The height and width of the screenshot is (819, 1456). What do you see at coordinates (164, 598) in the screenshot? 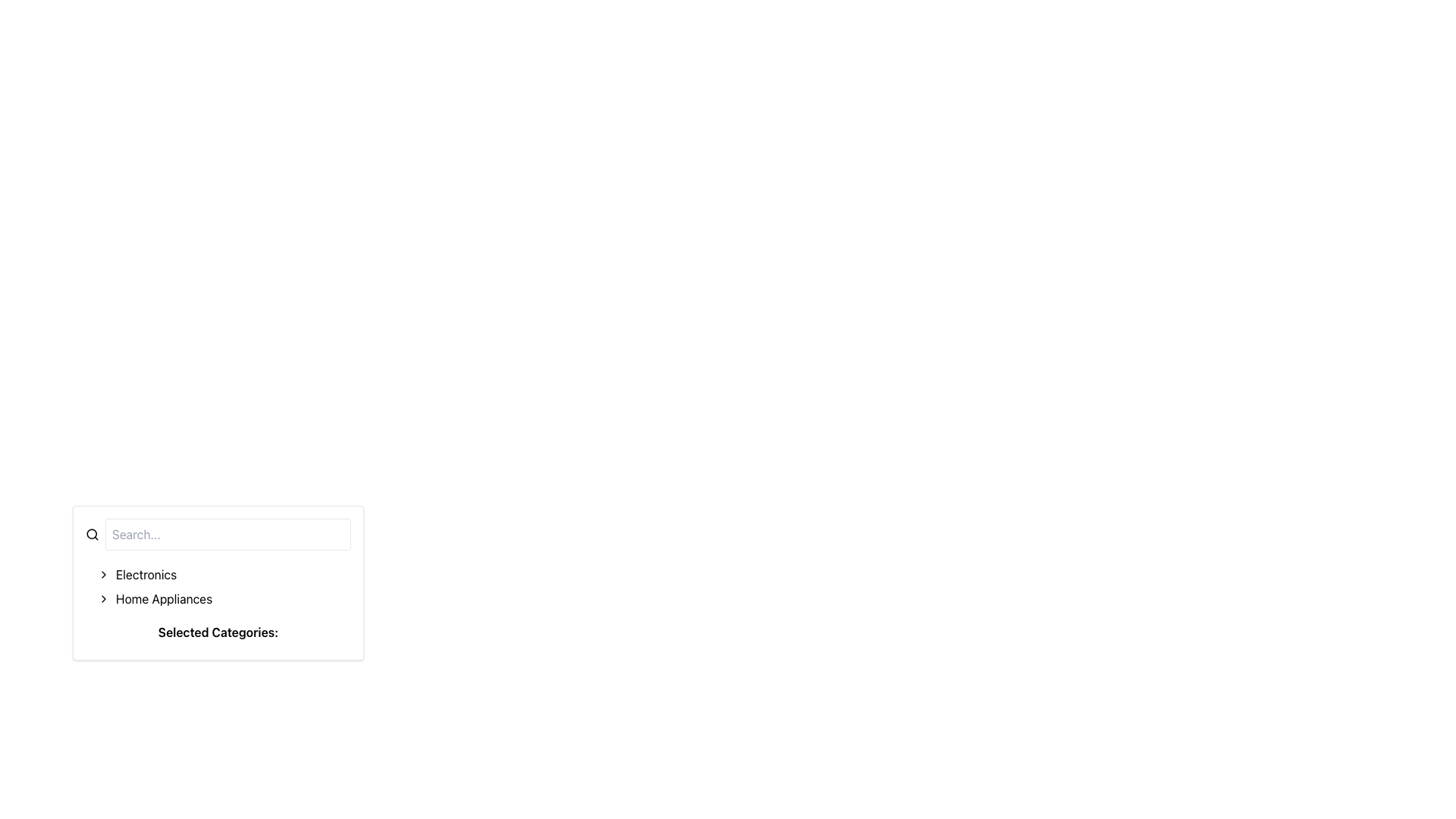
I see `the 'Home Appliances' category text label in the navigation menu under 'Electronics'` at bounding box center [164, 598].